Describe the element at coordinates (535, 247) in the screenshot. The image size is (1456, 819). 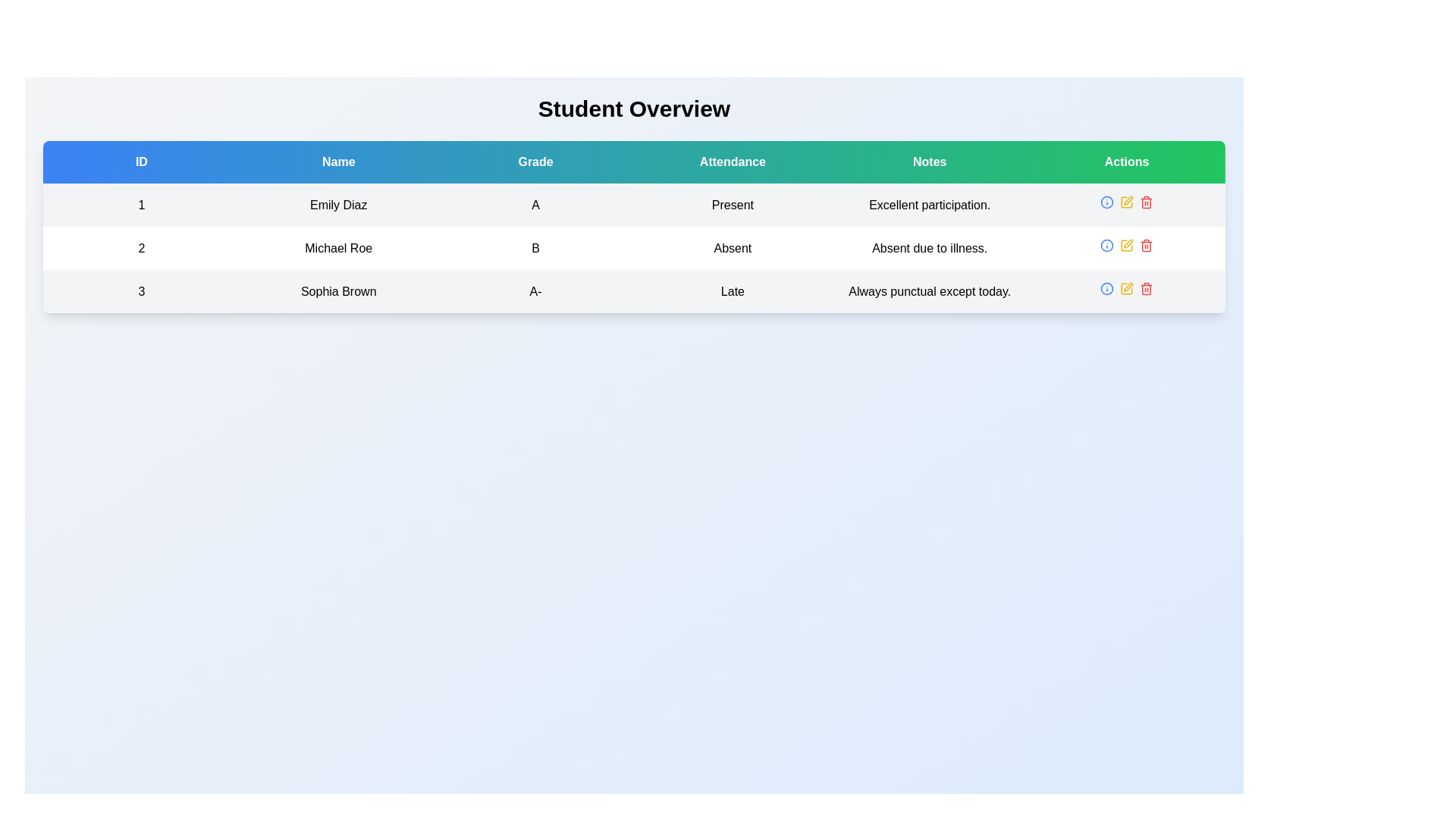
I see `the table cell containing the bold, centered text 'B' in the 'Grade' column, which is aligned with the name 'Michael Roe' and positioned between 'A' and 'A-' in the second row` at that location.